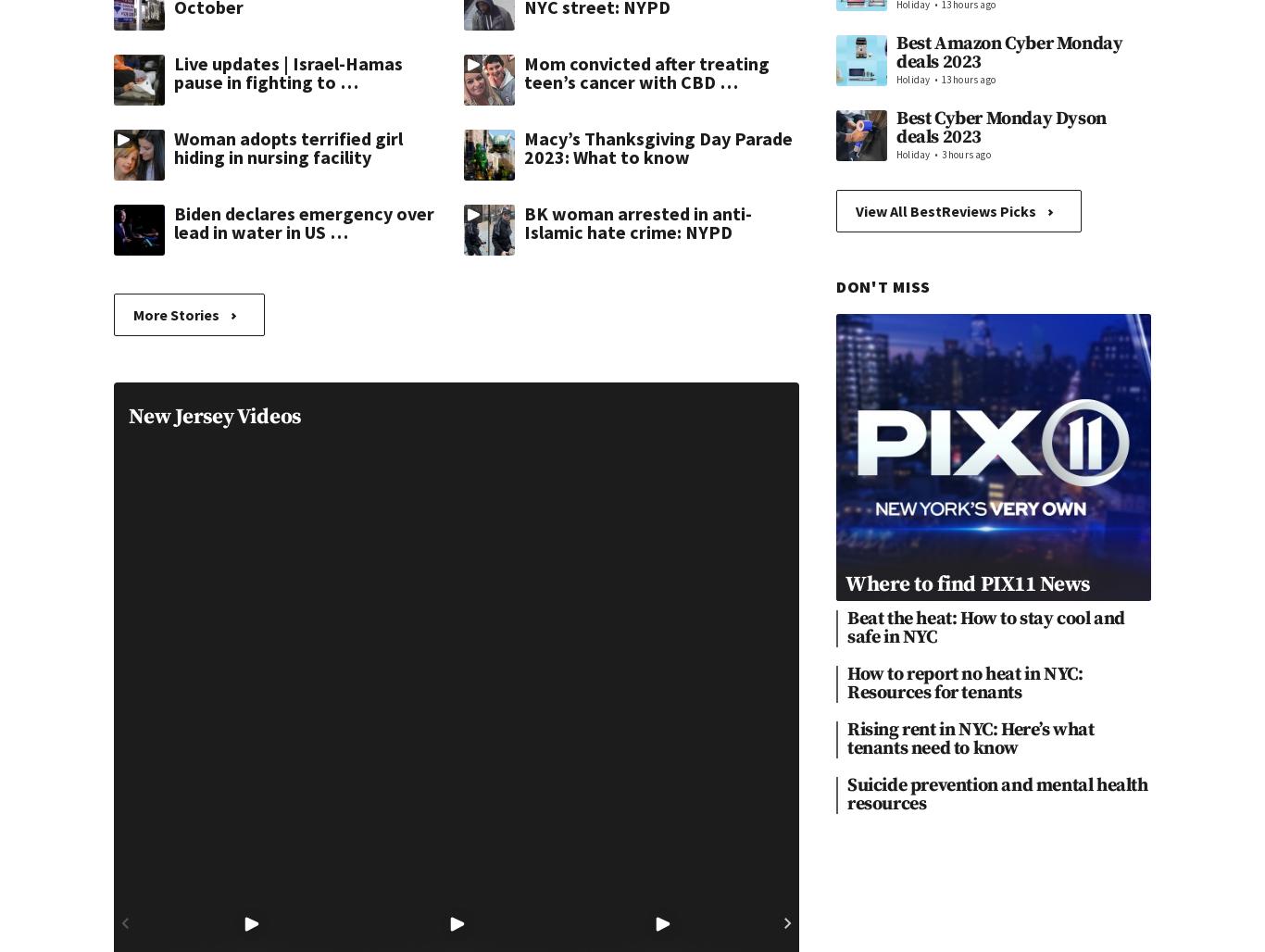  Describe the element at coordinates (1000, 127) in the screenshot. I see `'Best Cyber Monday Dyson deals 2023'` at that location.